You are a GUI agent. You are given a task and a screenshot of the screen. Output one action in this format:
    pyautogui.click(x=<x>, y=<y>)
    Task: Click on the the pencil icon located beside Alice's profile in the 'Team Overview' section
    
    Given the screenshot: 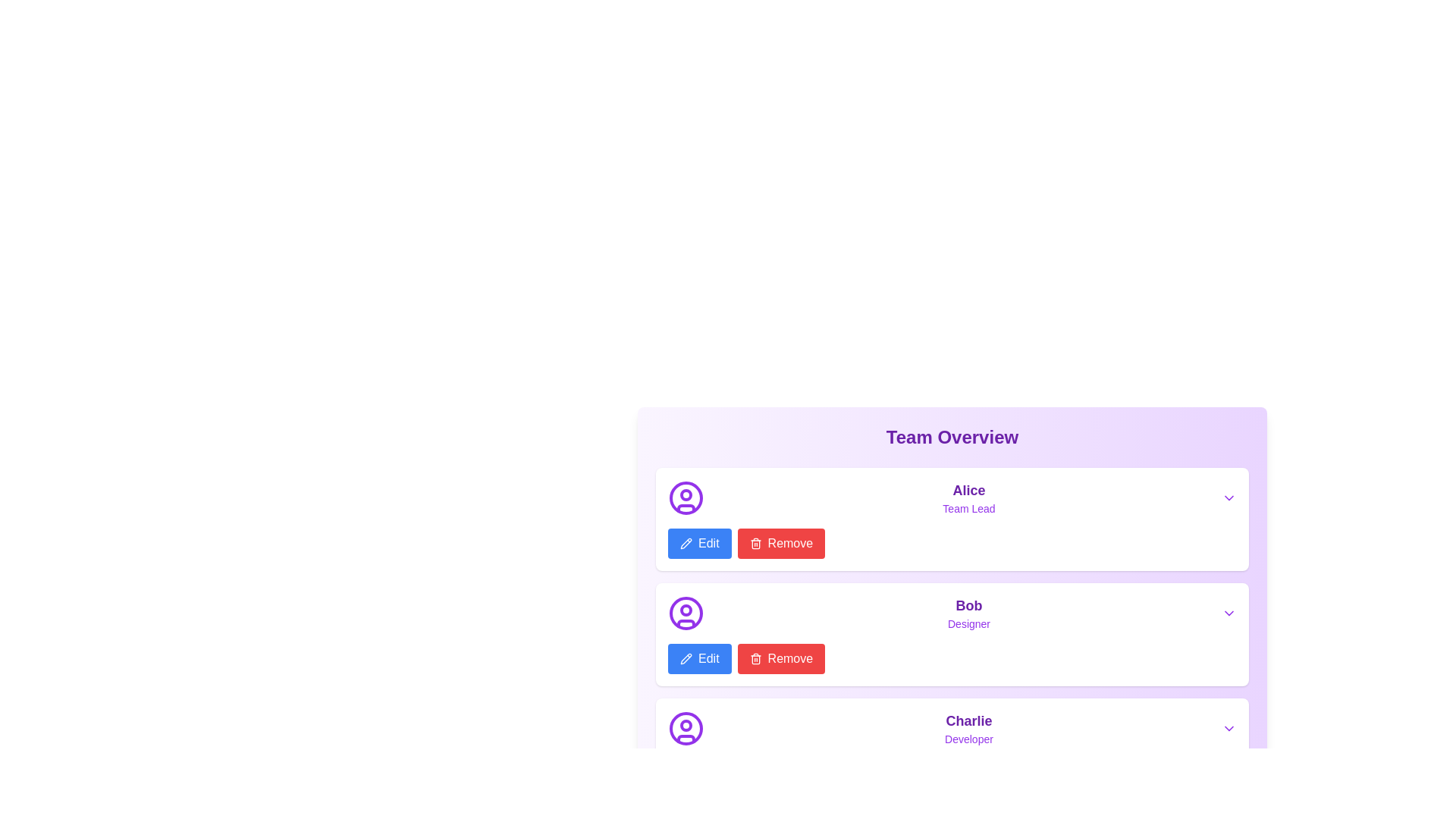 What is the action you would take?
    pyautogui.click(x=684, y=542)
    